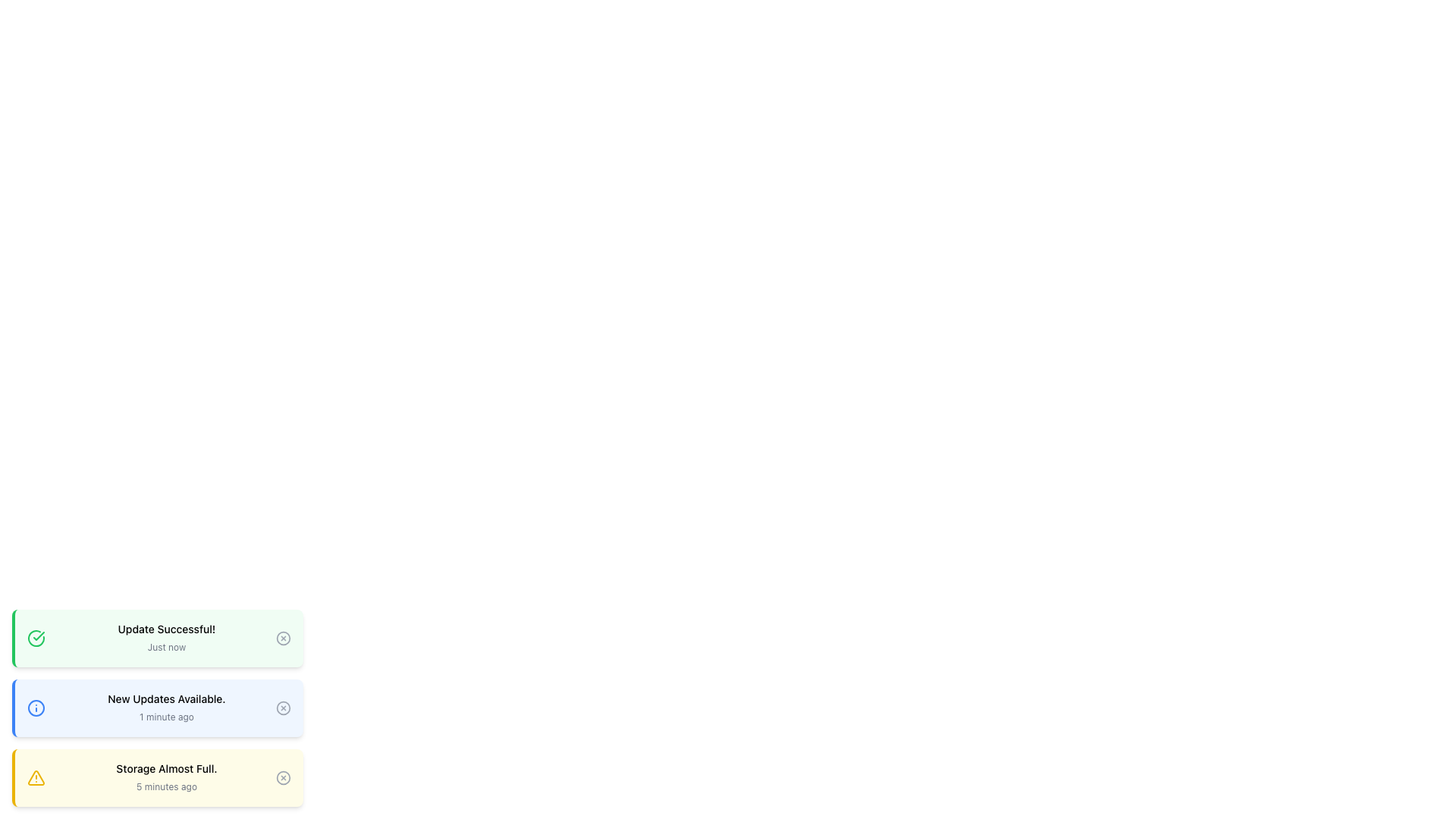  Describe the element at coordinates (36, 708) in the screenshot. I see `the graphical icon representing the notification in the 'New Updates Available' alert, located at the farthest left position before the text content` at that location.